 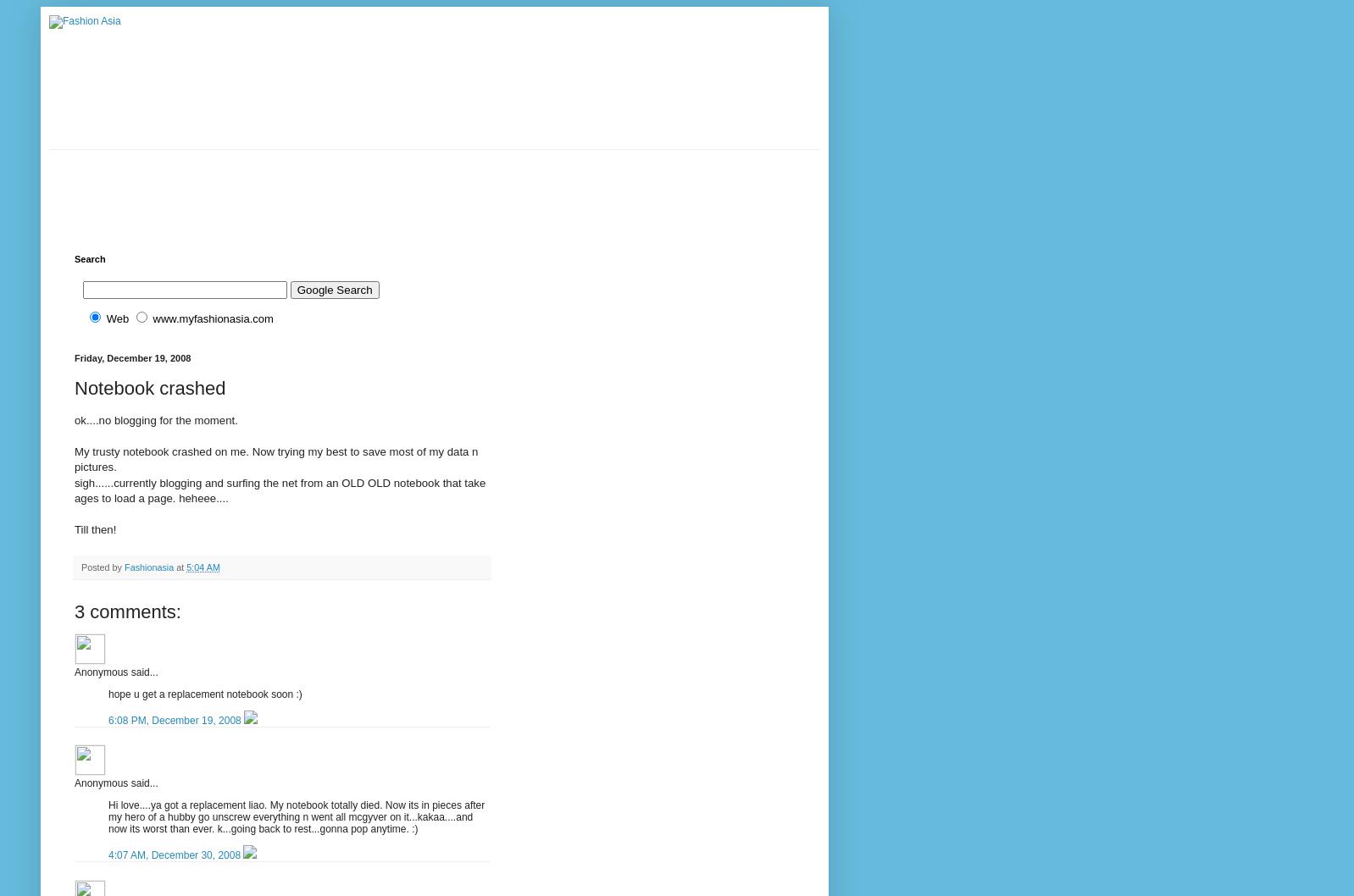 I want to click on 'sigh......currently blogging and surfing the net from an OLD OLD notebook that take ages to load a page. heheee....', so click(x=74, y=490).